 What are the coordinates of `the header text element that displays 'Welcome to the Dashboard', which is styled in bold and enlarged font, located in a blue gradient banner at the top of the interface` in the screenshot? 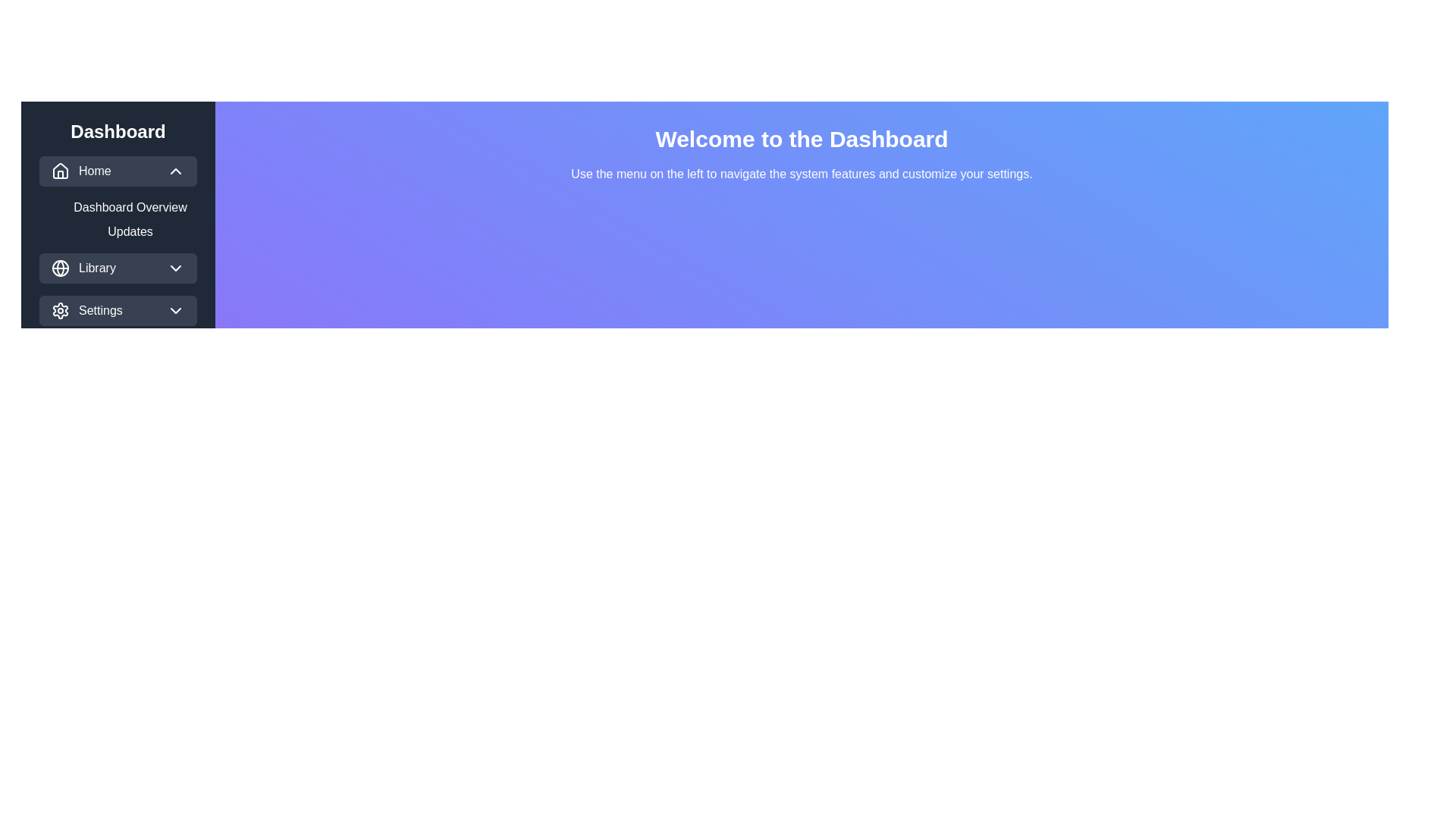 It's located at (801, 140).